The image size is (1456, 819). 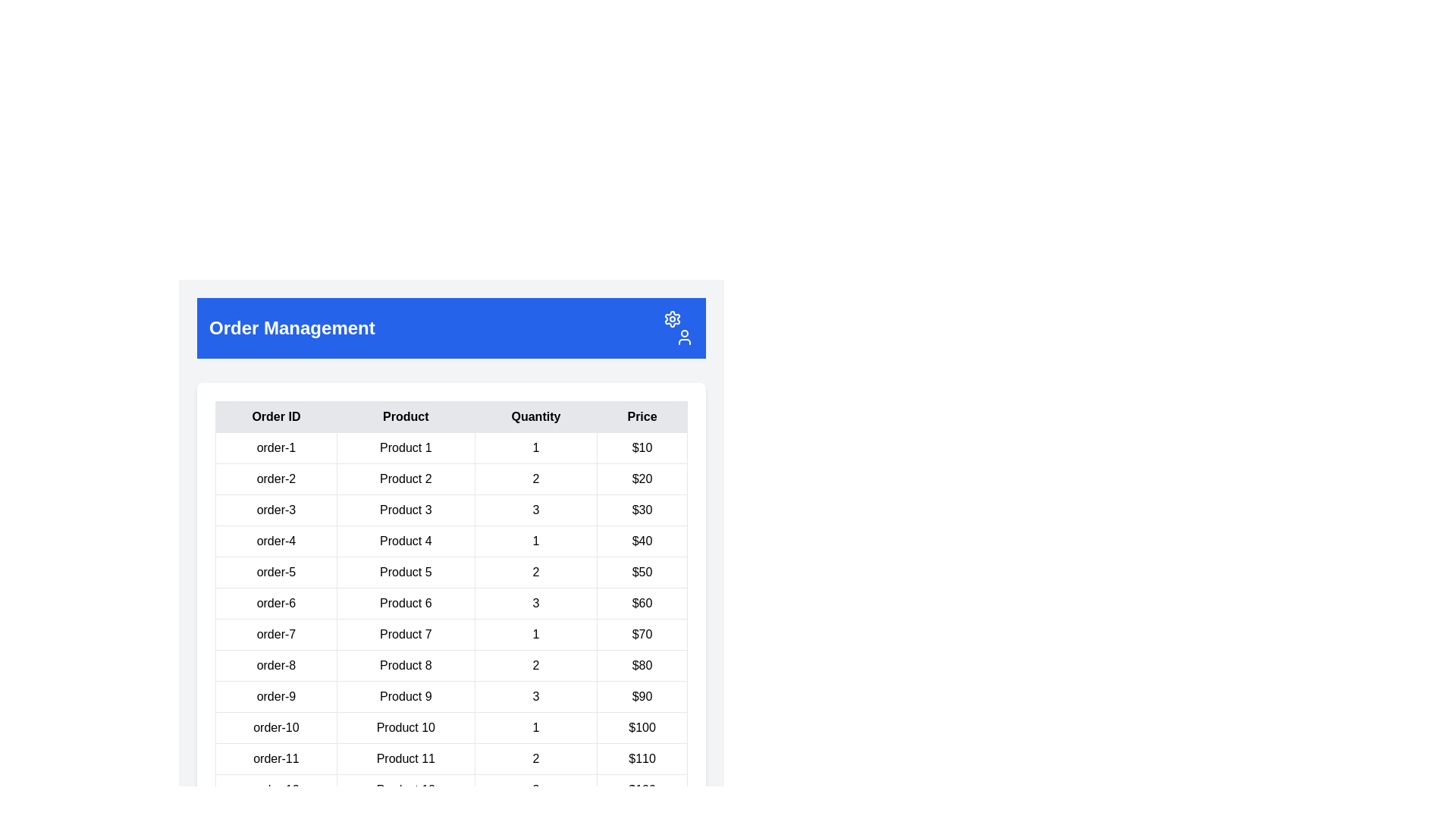 I want to click on the static text label displaying the price '$30' in the 'Price' column of the table for 'order-3' associated with 'Product 3', so click(x=642, y=510).